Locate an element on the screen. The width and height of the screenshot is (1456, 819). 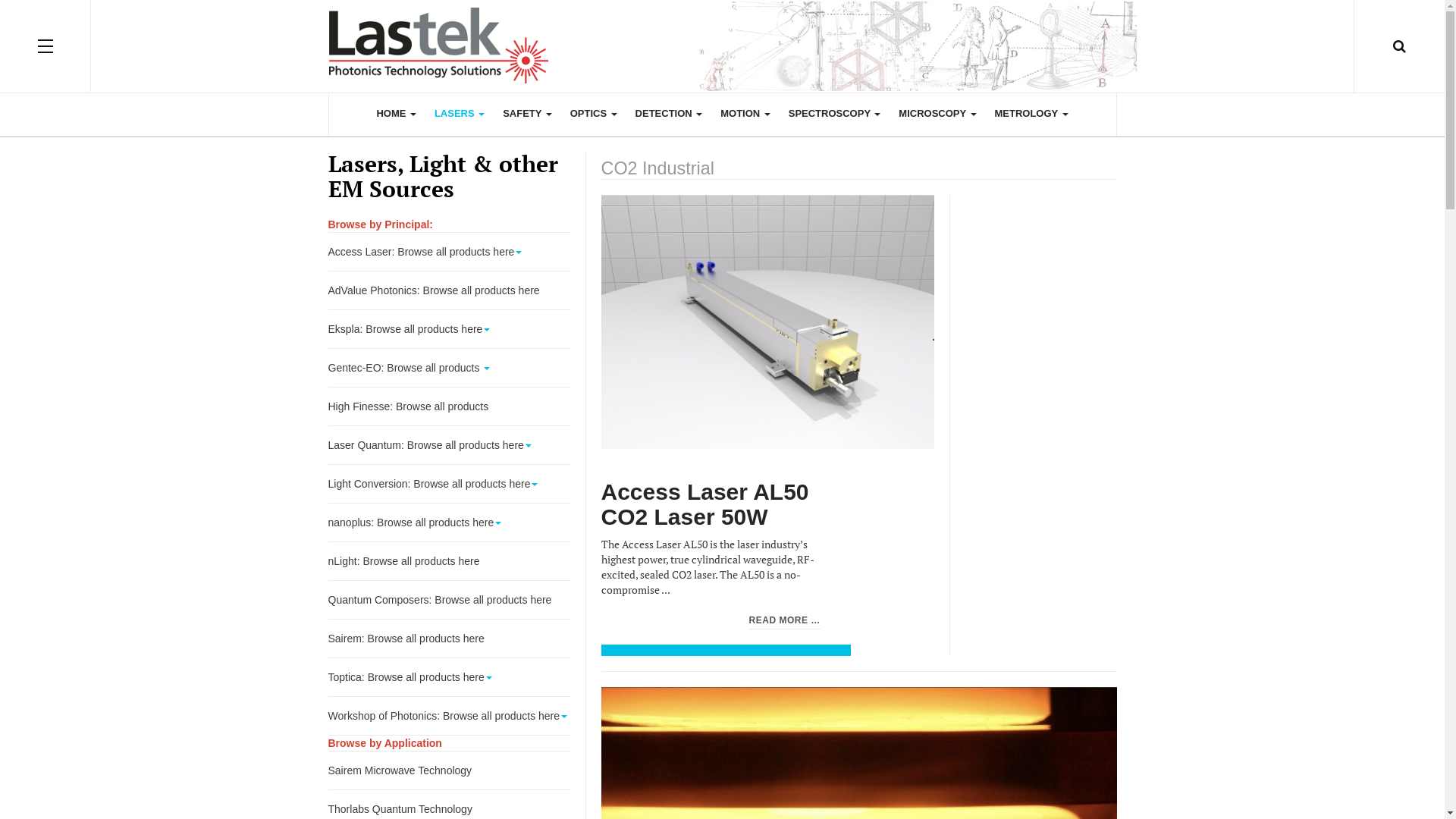
'Light Conversion: Browse all products here' is located at coordinates (447, 483).